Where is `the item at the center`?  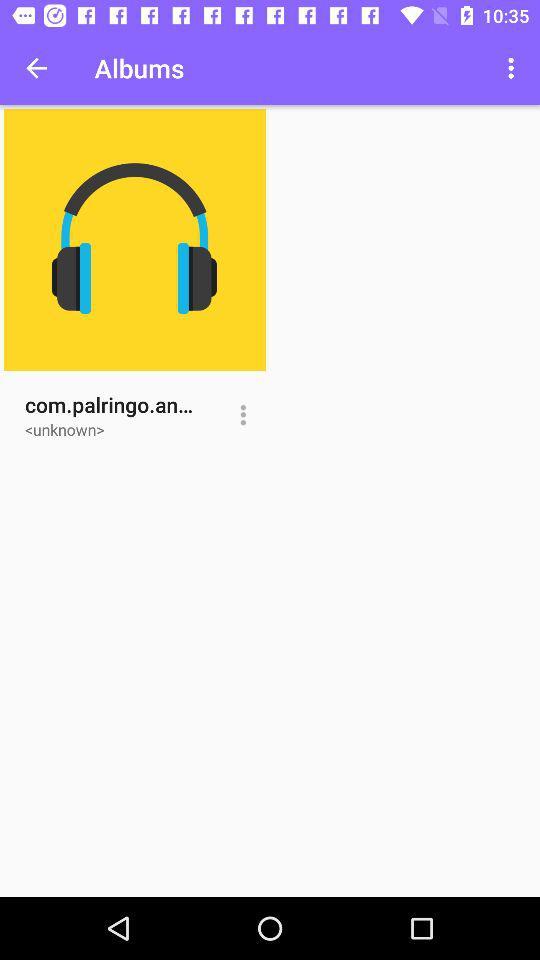
the item at the center is located at coordinates (243, 414).